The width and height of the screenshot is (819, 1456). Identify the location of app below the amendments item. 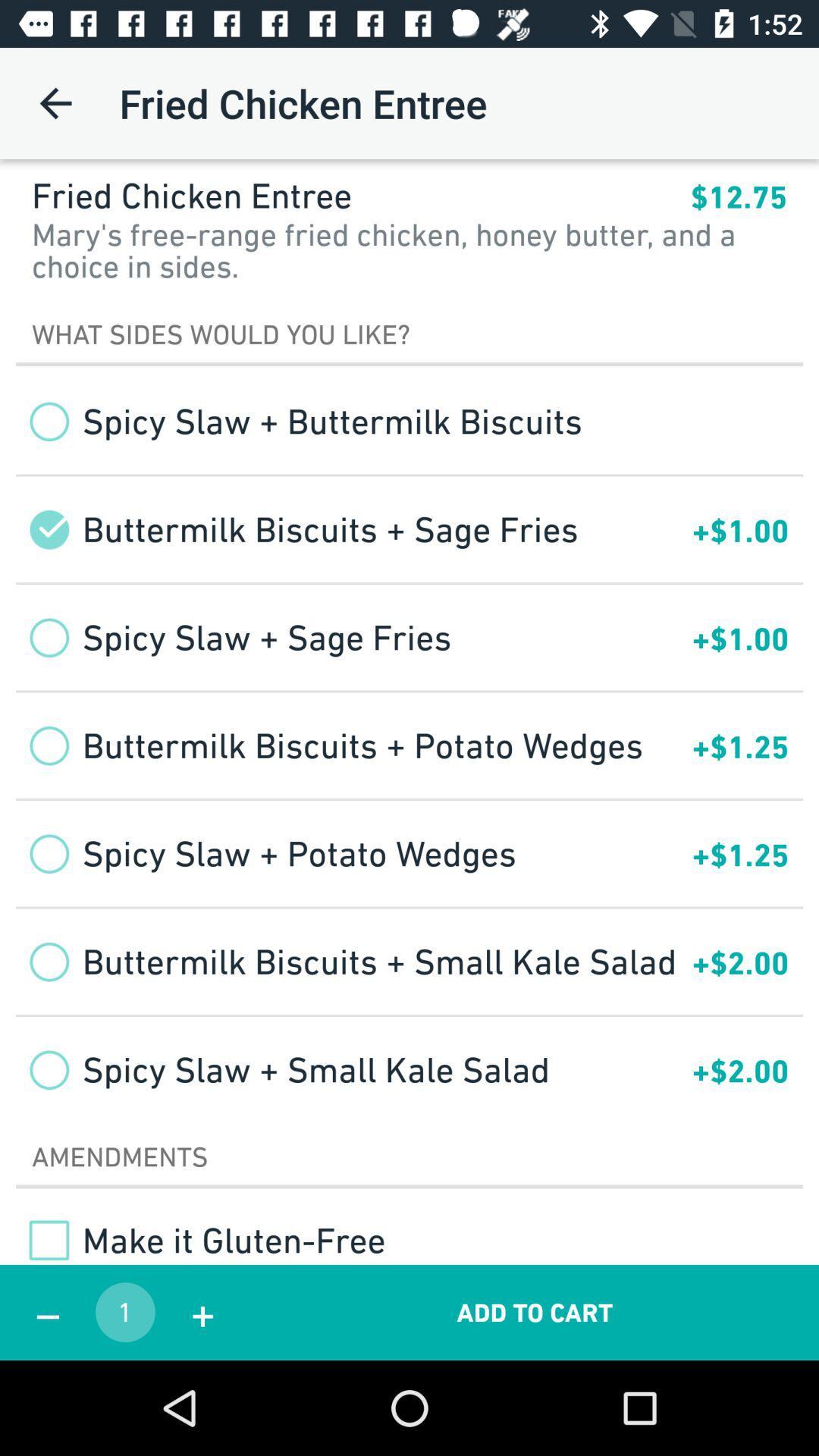
(199, 1240).